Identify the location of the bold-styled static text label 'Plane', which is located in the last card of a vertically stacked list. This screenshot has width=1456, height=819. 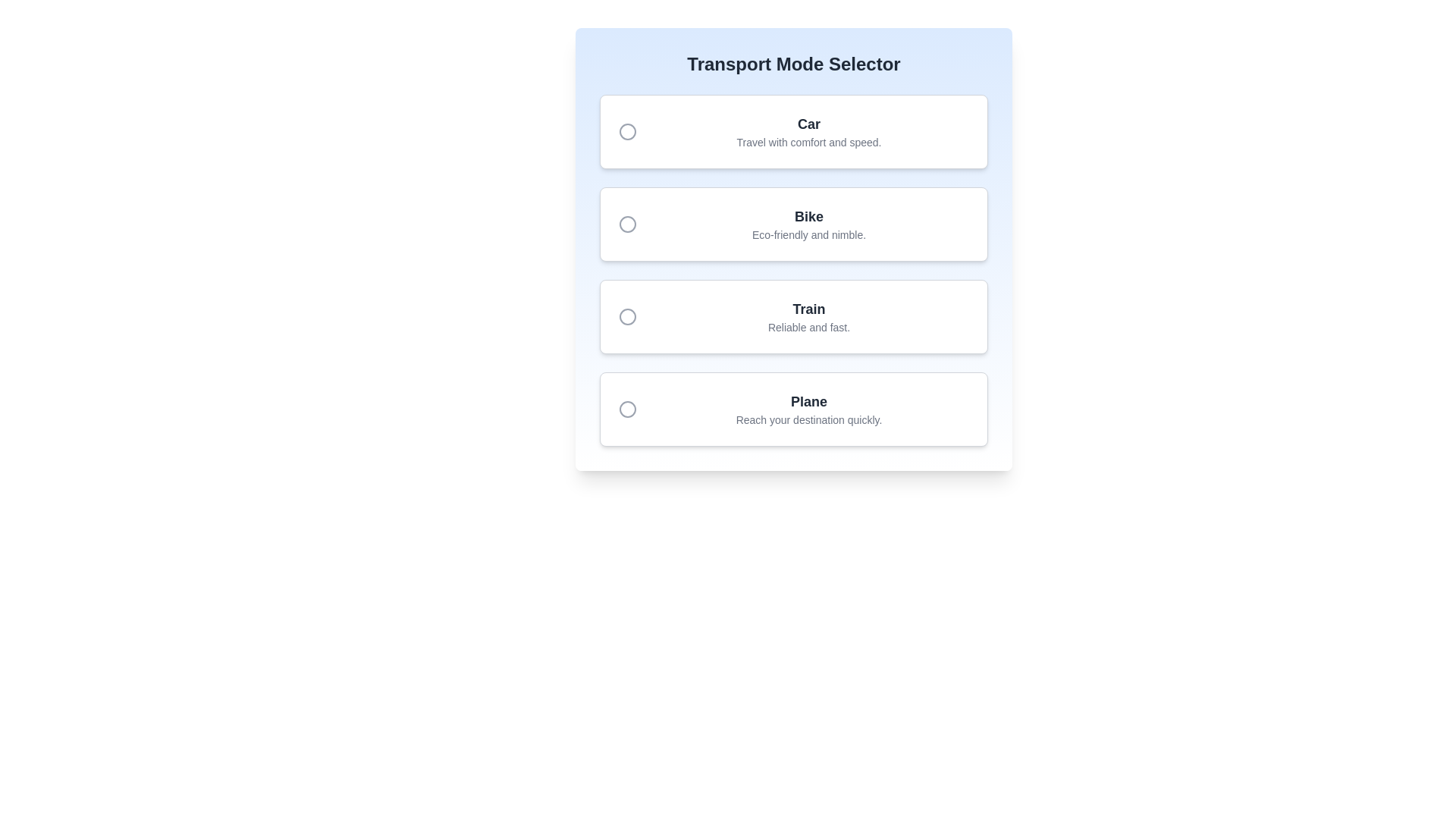
(808, 400).